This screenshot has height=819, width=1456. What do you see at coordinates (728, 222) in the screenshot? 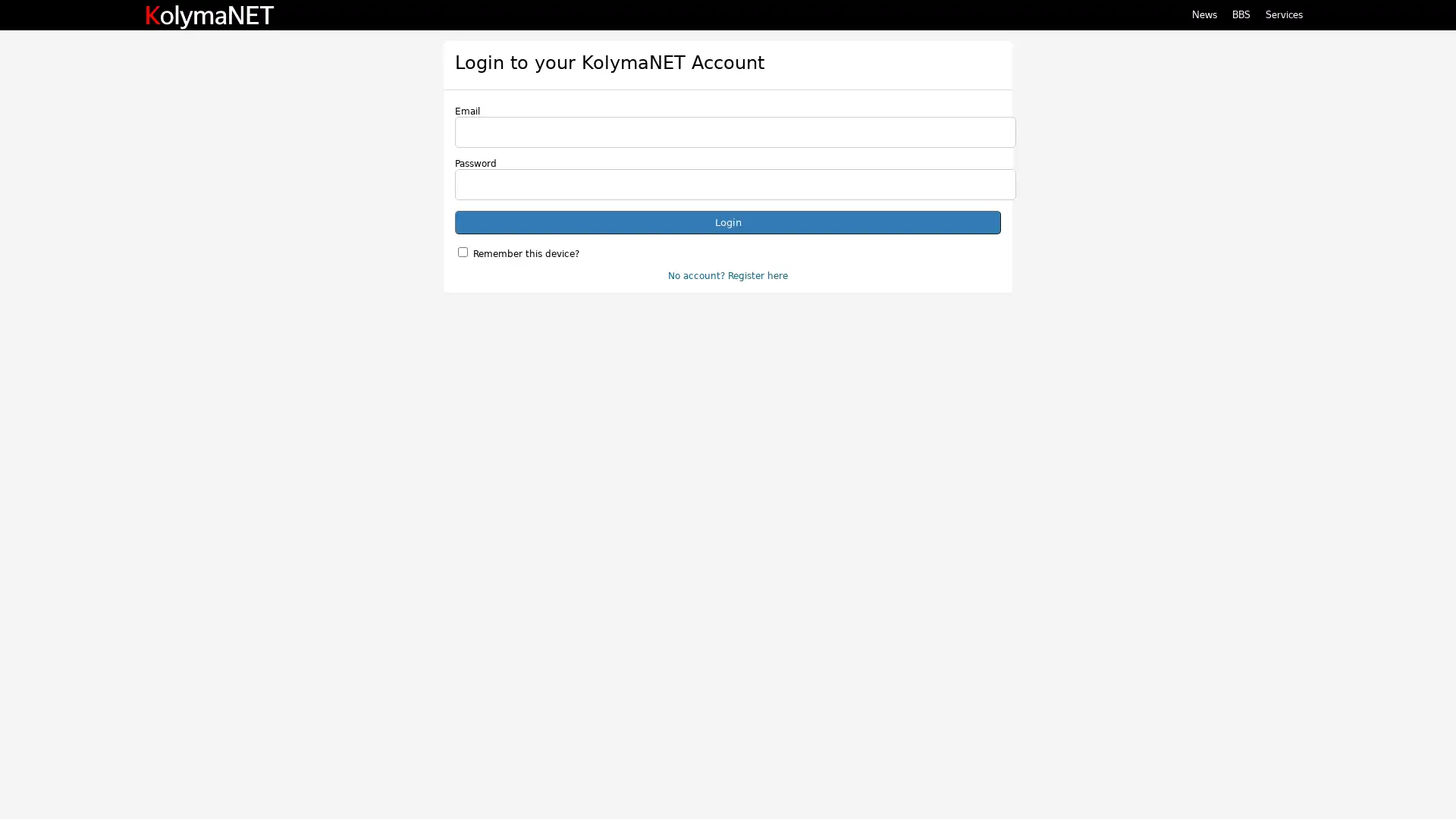
I see `Login` at bounding box center [728, 222].